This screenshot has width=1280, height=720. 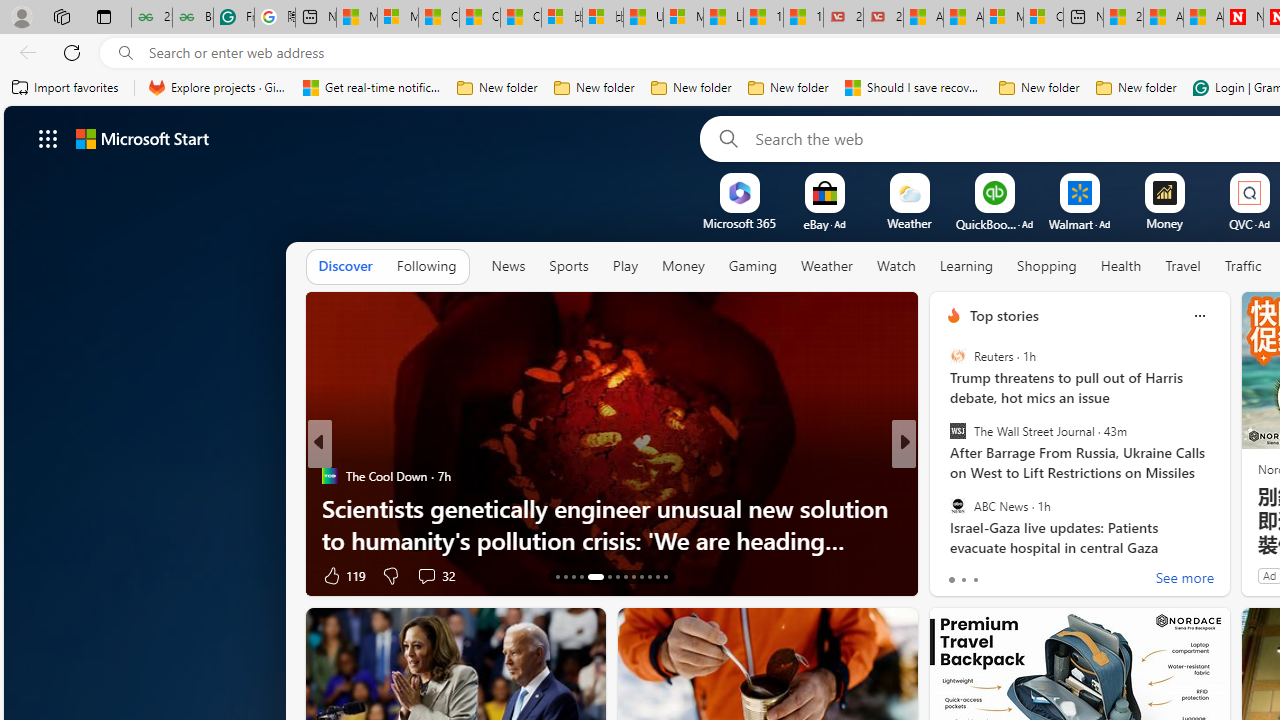 What do you see at coordinates (955, 575) in the screenshot?
I see `'84 Like'` at bounding box center [955, 575].